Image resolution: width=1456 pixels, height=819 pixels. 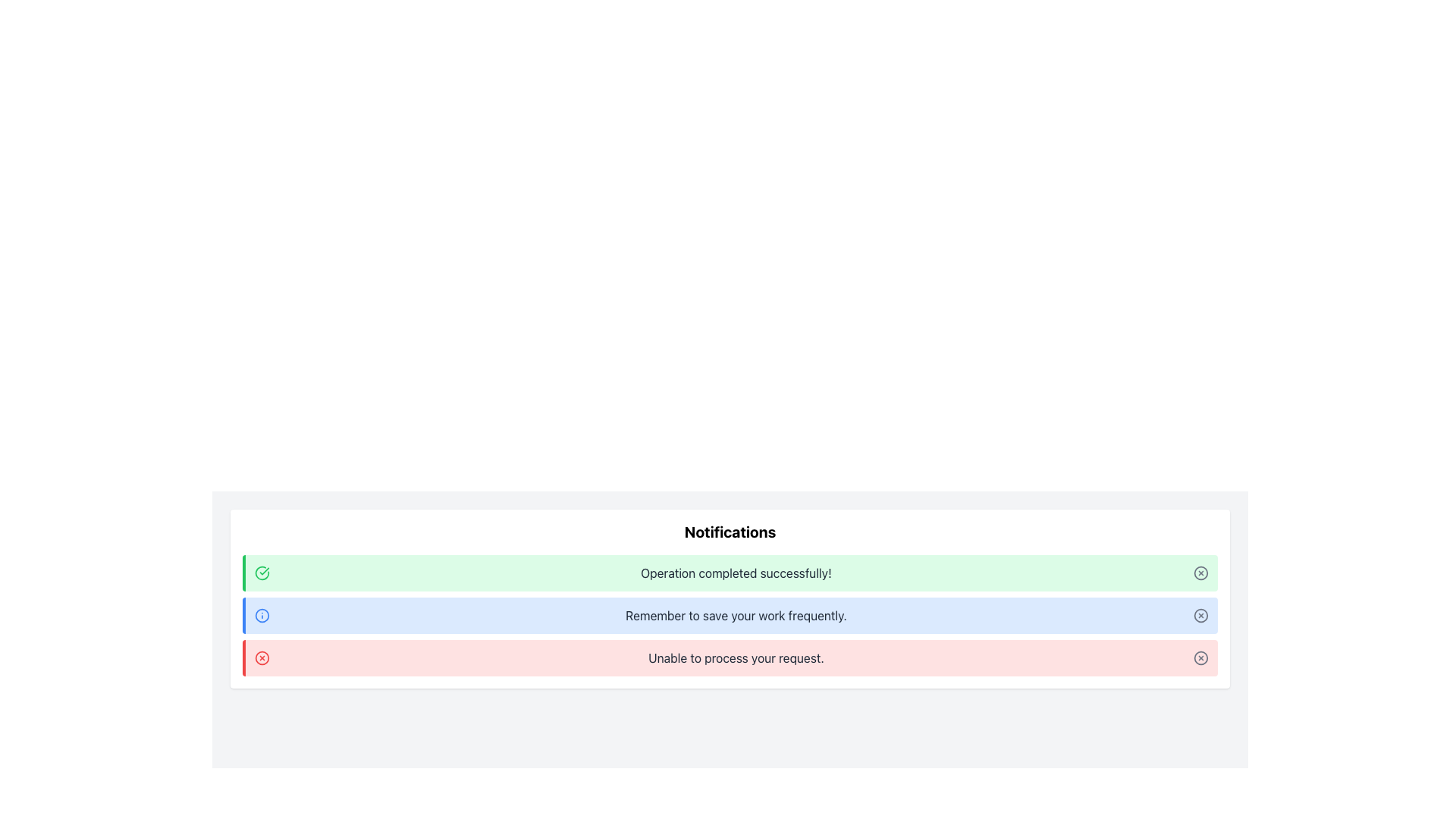 What do you see at coordinates (1200, 573) in the screenshot?
I see `the close button/icon located at the far right of the green notification bar` at bounding box center [1200, 573].